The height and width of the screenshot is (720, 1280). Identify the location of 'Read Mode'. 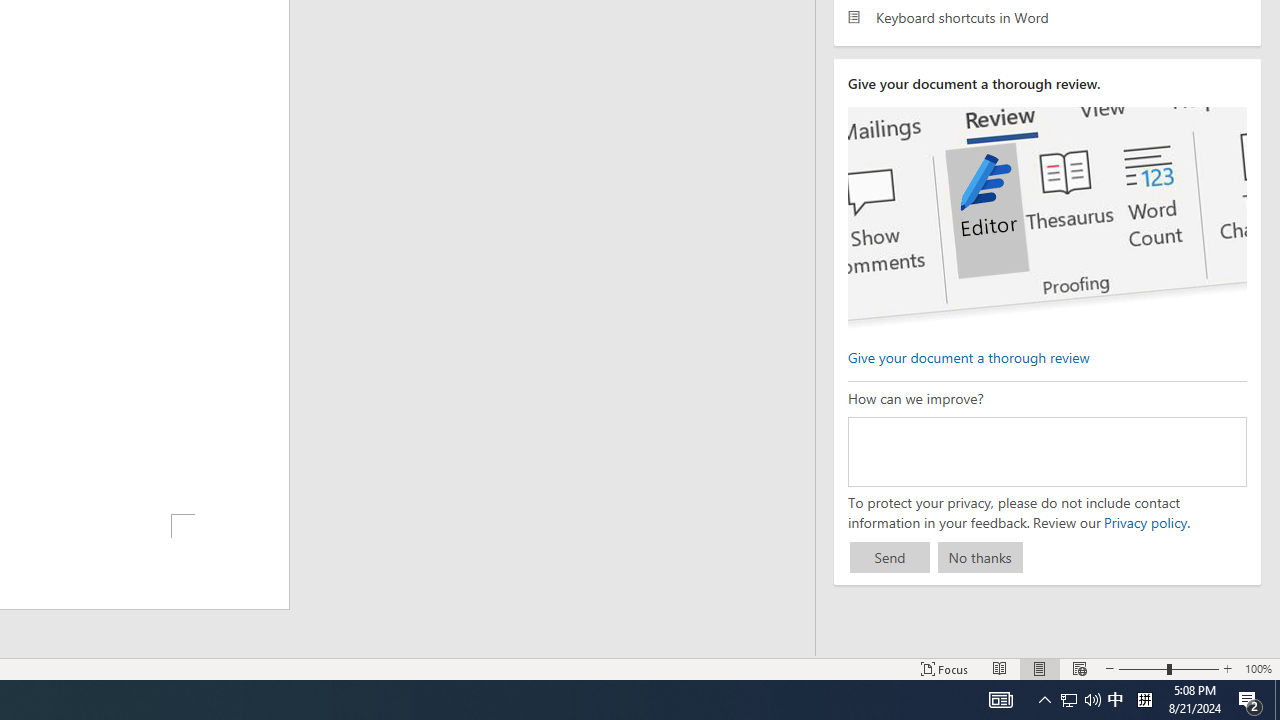
(1000, 669).